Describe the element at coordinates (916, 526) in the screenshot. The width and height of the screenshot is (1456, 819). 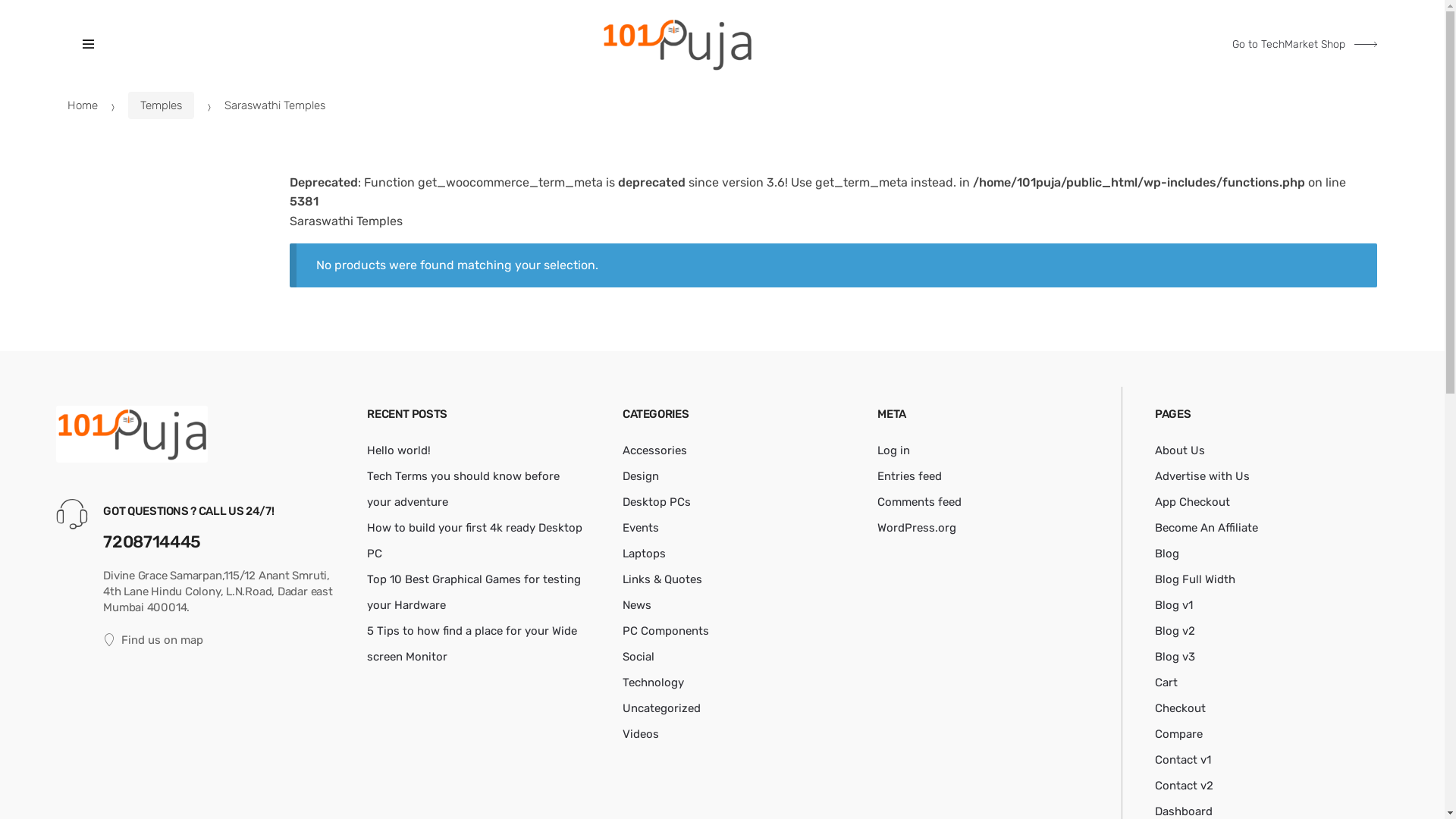
I see `'WordPress.org'` at that location.